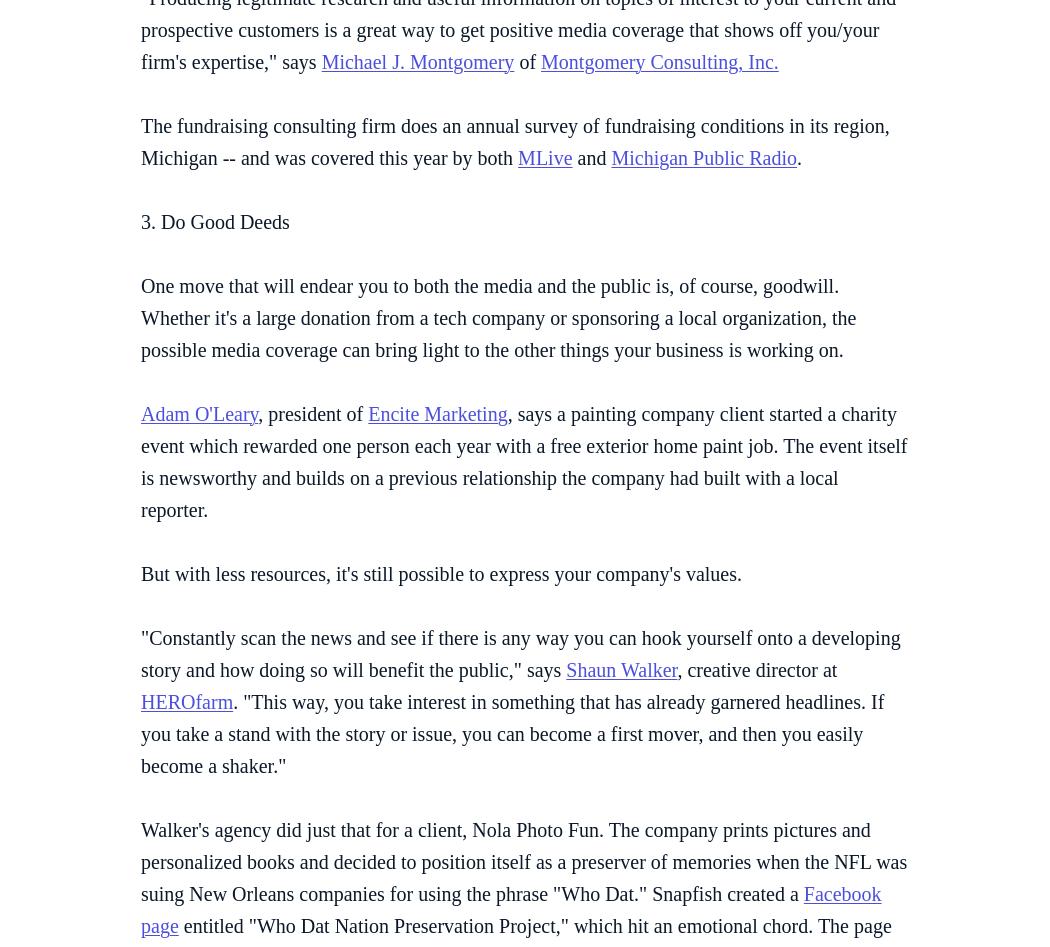 This screenshot has height=947, width=1050. Describe the element at coordinates (214, 221) in the screenshot. I see `'3. Do Good Deeds'` at that location.